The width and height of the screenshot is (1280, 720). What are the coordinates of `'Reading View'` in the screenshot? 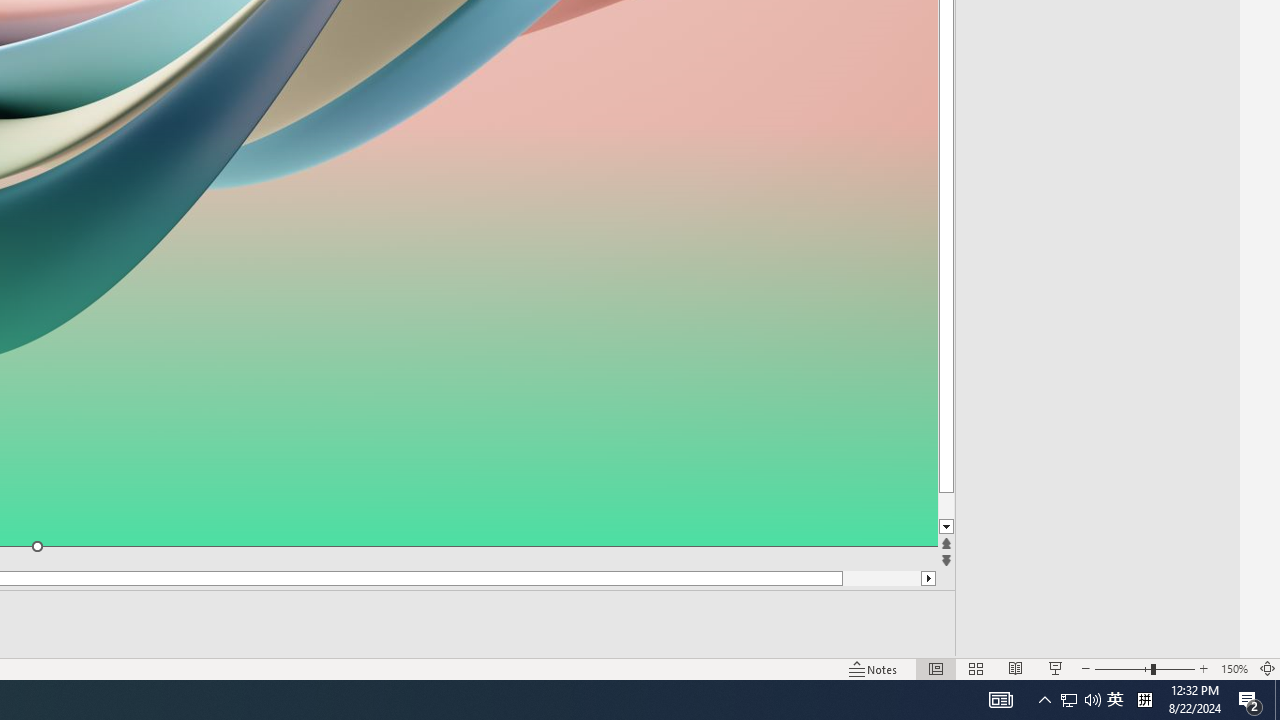 It's located at (1015, 669).